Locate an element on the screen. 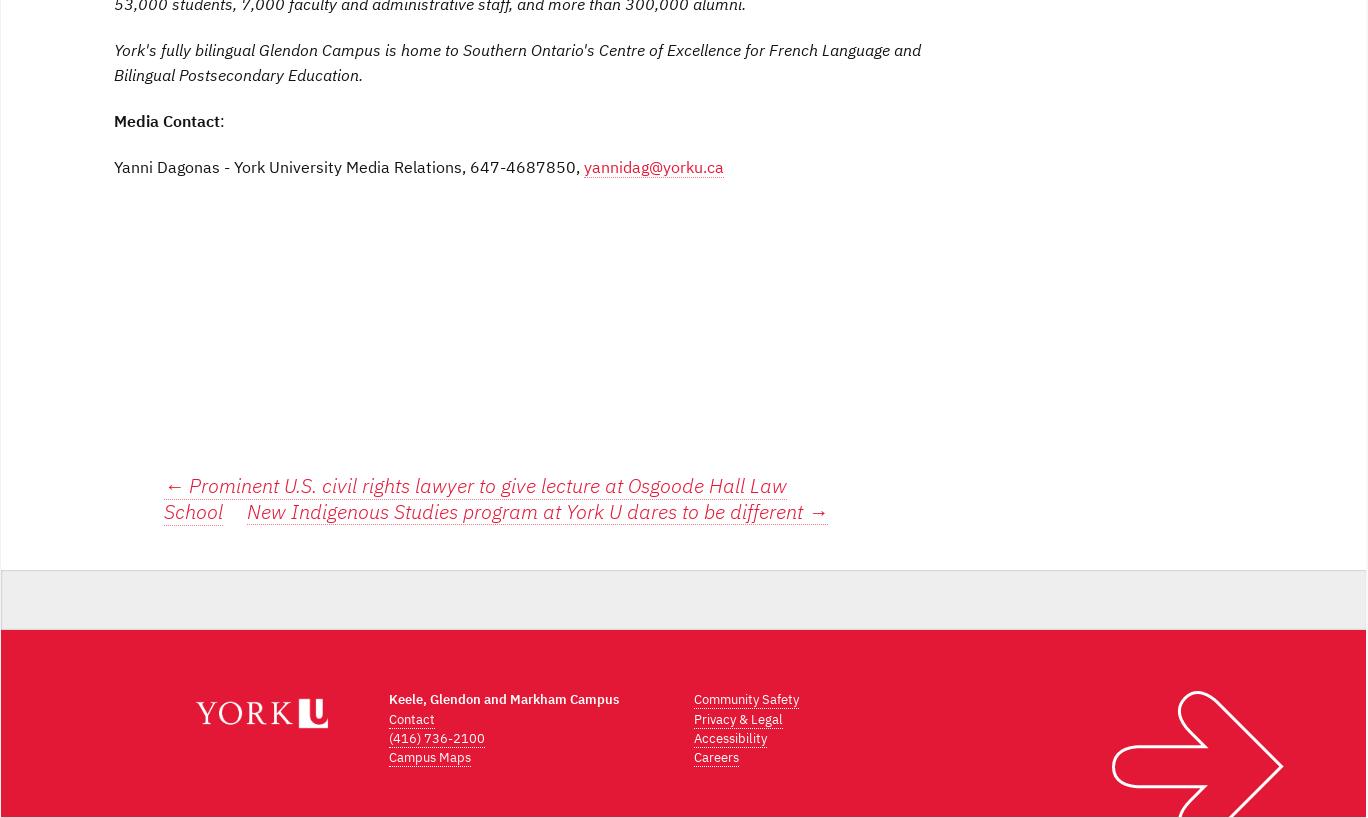 Image resolution: width=1368 pixels, height=818 pixels. 'Media Contact' is located at coordinates (113, 120).